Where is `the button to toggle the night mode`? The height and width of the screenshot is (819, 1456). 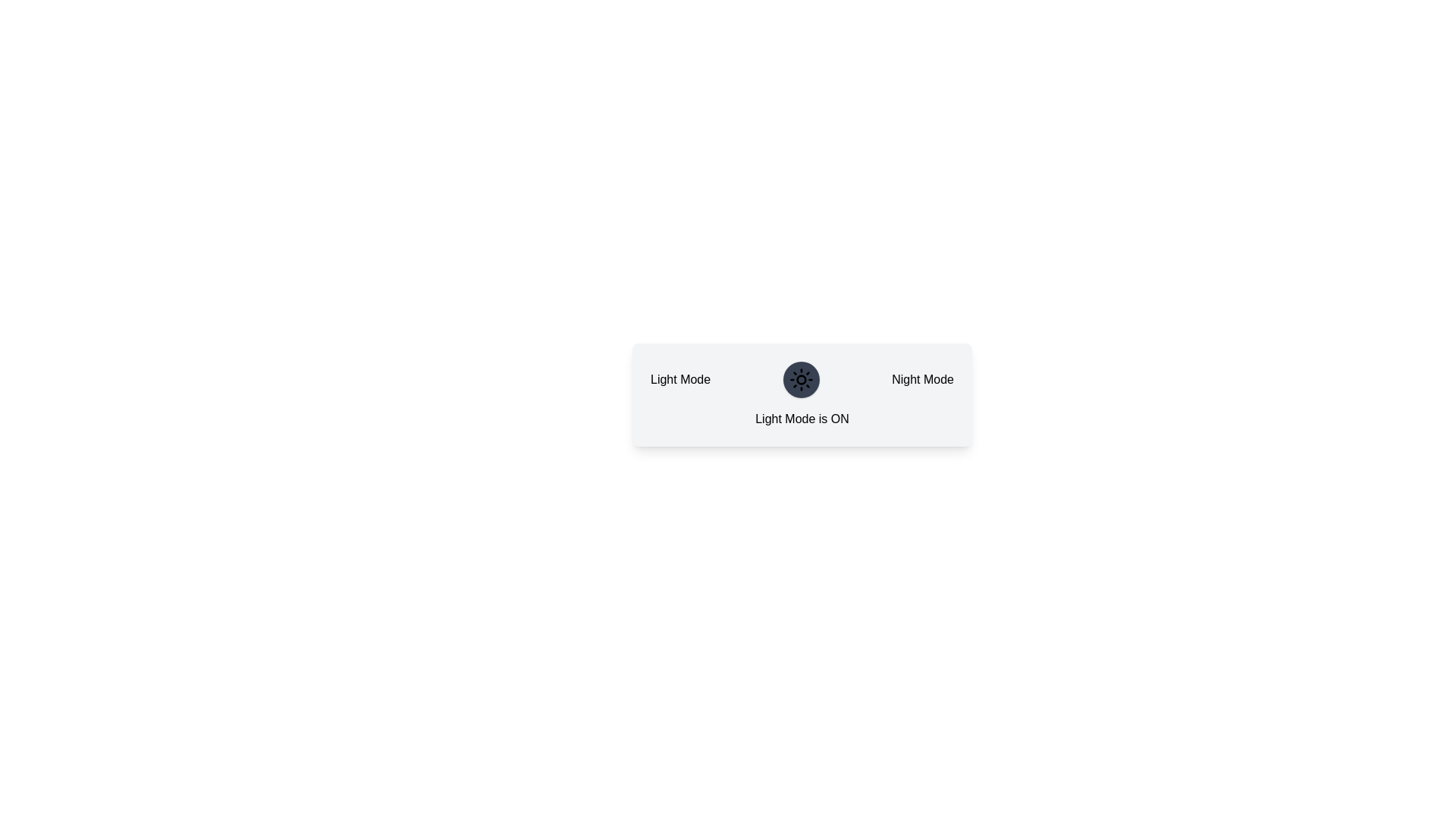
the button to toggle the night mode is located at coordinates (800, 379).